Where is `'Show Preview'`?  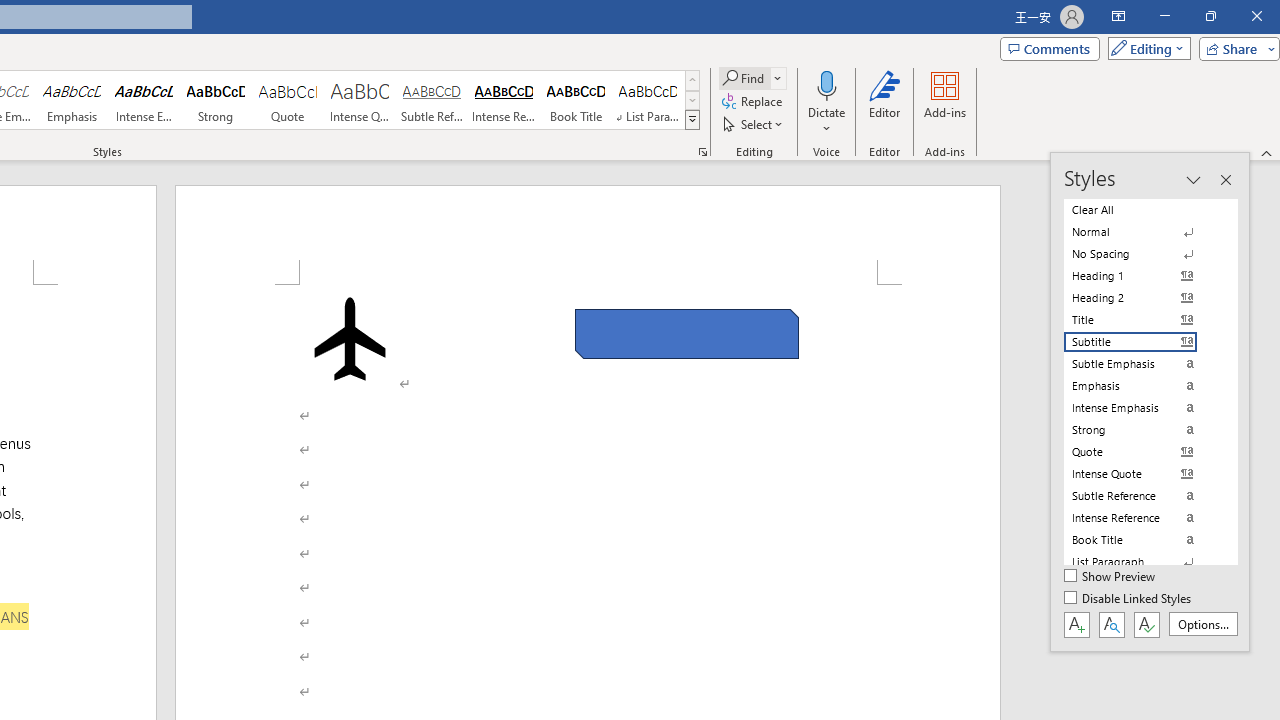
'Show Preview' is located at coordinates (1110, 577).